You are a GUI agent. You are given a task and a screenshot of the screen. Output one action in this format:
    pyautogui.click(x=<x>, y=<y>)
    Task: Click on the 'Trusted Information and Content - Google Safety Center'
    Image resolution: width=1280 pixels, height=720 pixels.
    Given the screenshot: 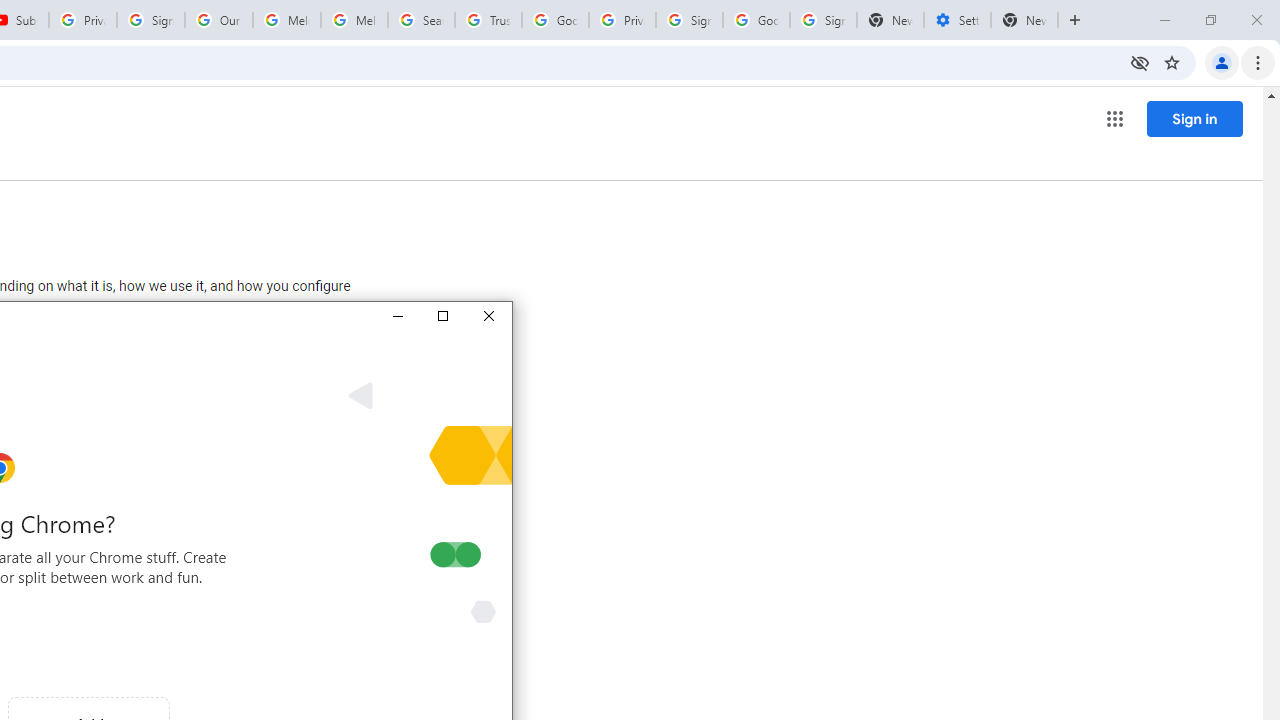 What is the action you would take?
    pyautogui.click(x=488, y=20)
    